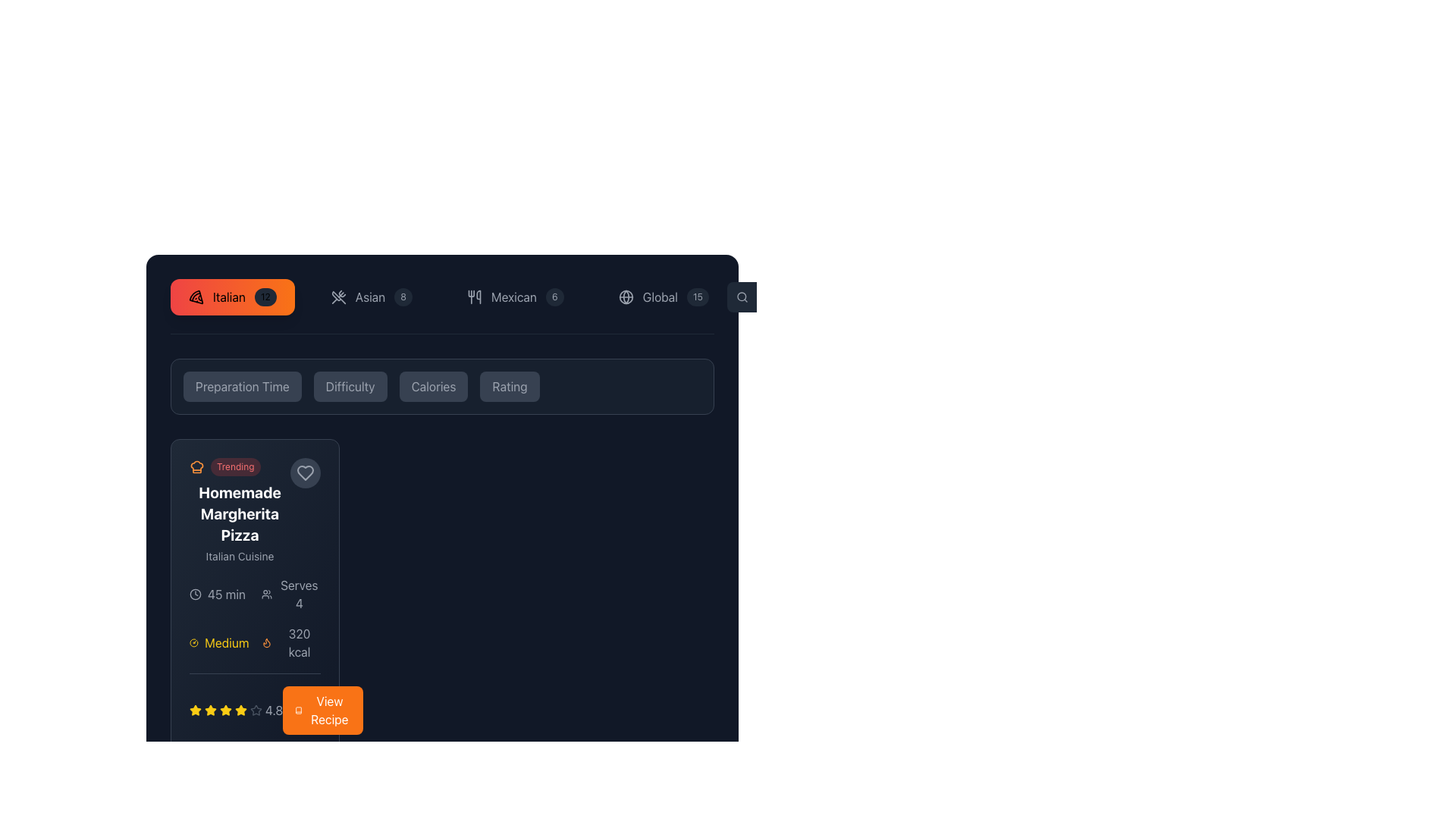  I want to click on the fourth star-shaped icon with a hollow outline and dark gray color to rate the dish, so click(256, 710).